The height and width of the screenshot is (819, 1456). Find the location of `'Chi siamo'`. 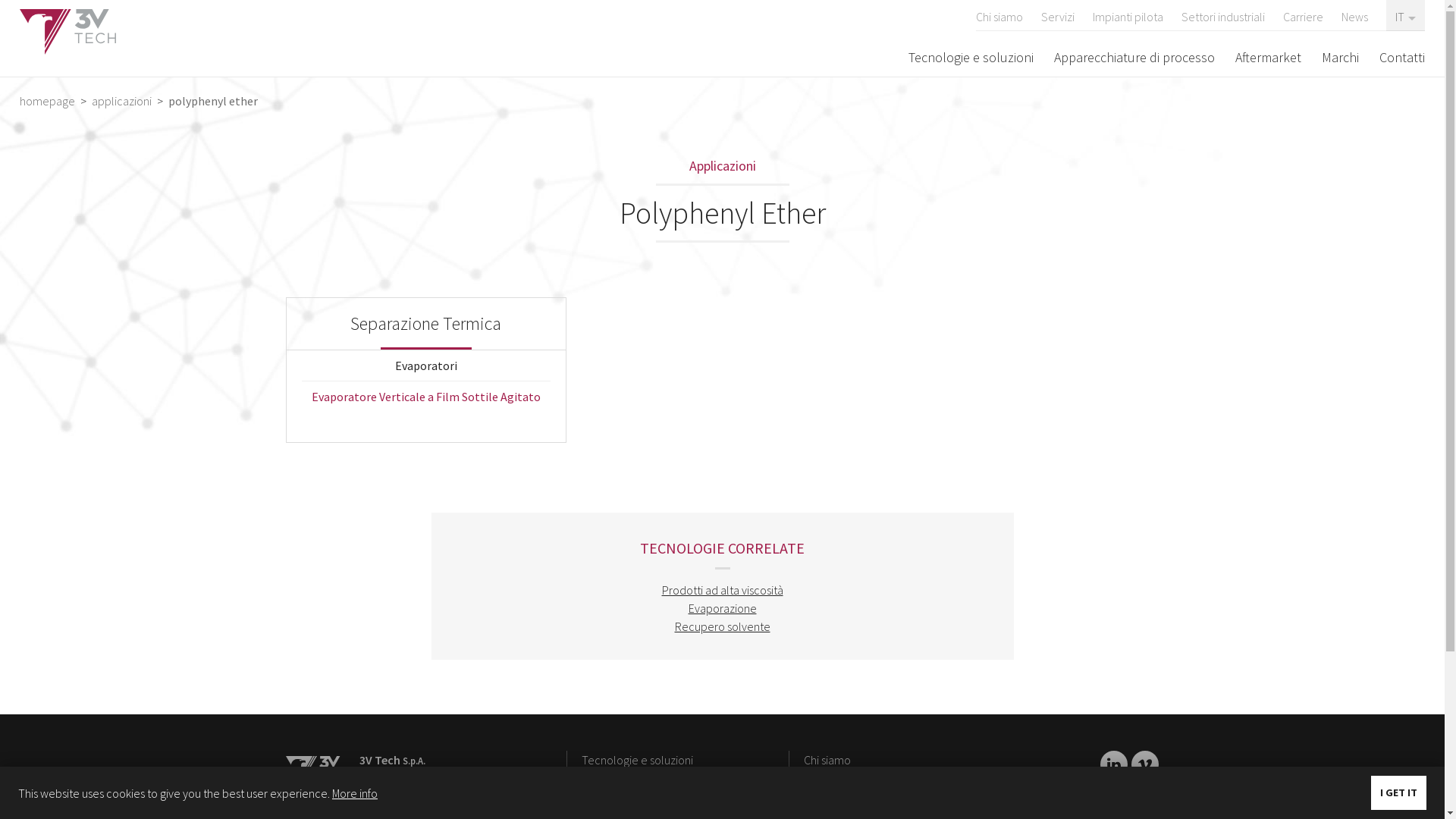

'Chi siamo' is located at coordinates (826, 760).